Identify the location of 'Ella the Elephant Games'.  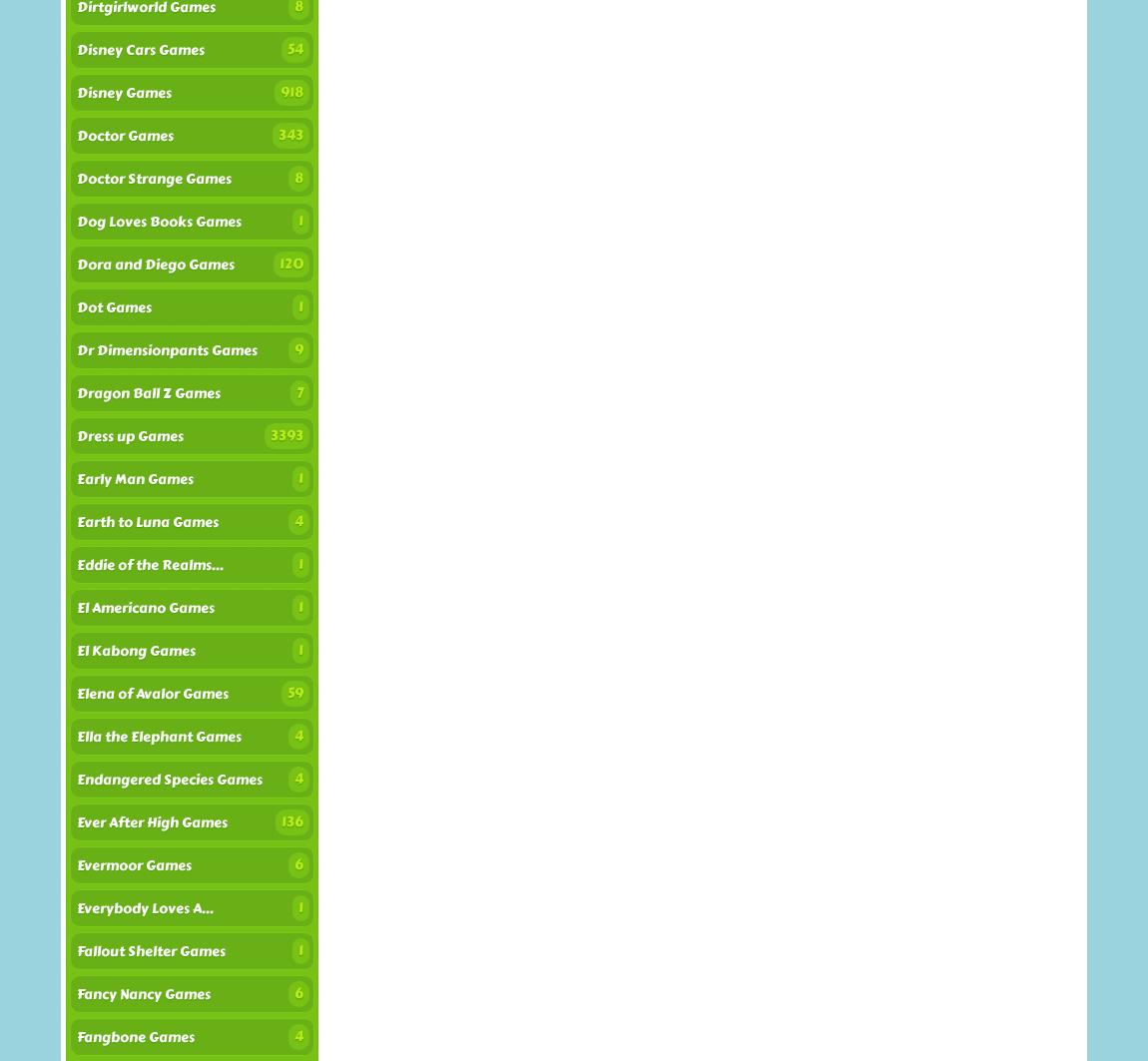
(76, 736).